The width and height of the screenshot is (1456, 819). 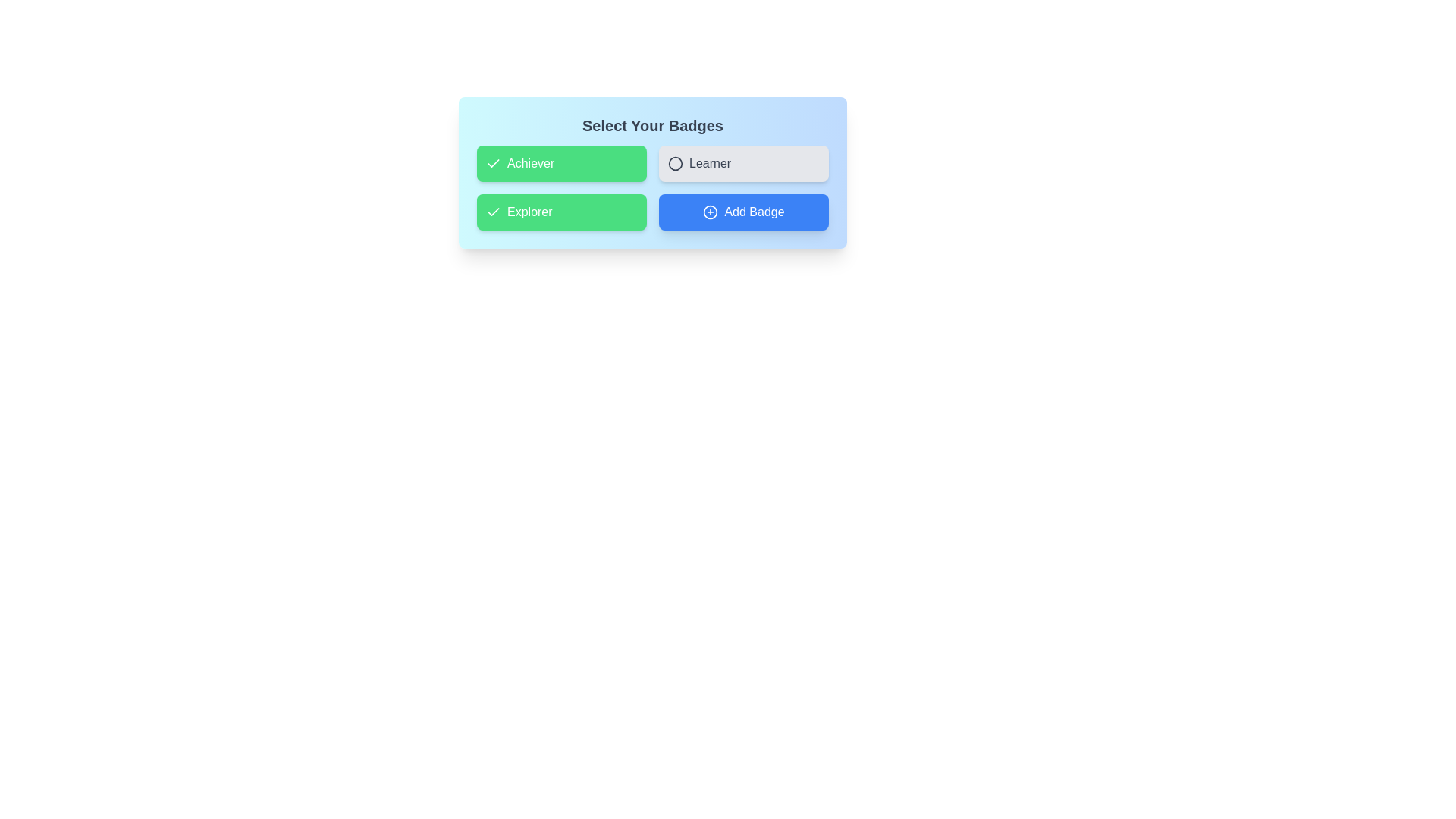 I want to click on the badge Learner to observe its animation effect, so click(x=743, y=164).